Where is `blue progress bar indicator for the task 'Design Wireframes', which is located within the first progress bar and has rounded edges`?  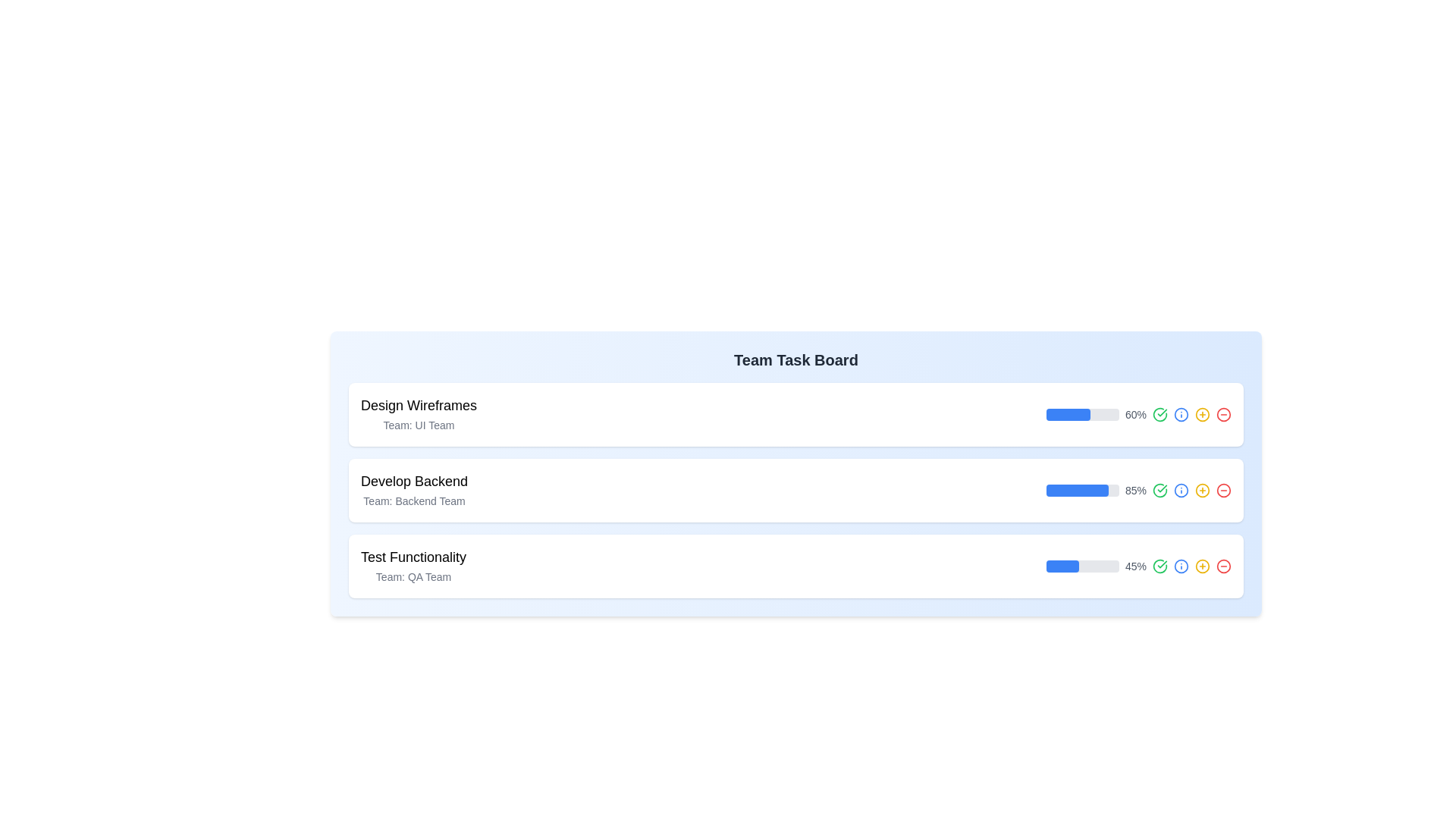
blue progress bar indicator for the task 'Design Wireframes', which is located within the first progress bar and has rounded edges is located at coordinates (1067, 415).